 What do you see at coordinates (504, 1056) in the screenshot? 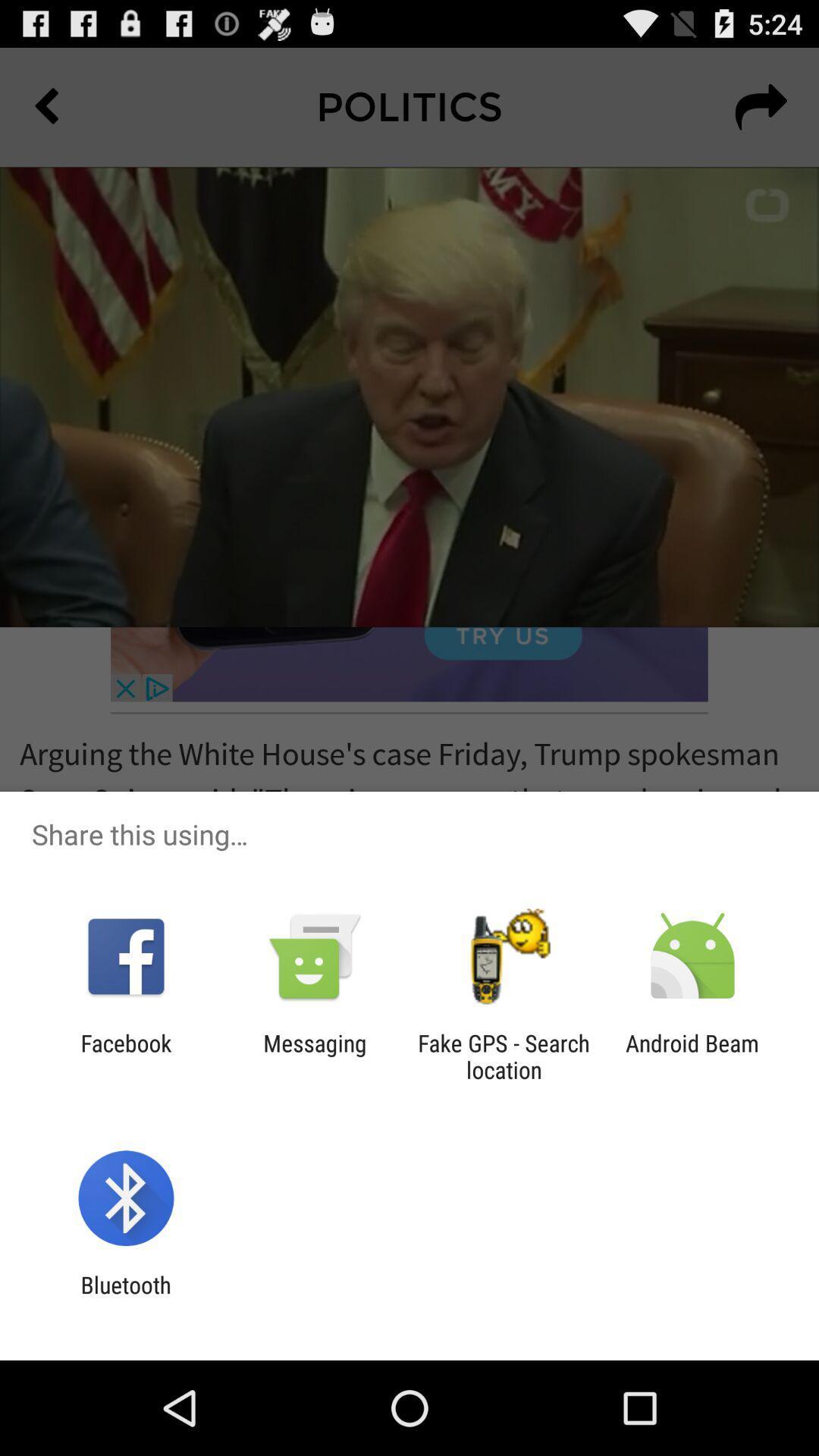
I see `item to the right of the messaging icon` at bounding box center [504, 1056].